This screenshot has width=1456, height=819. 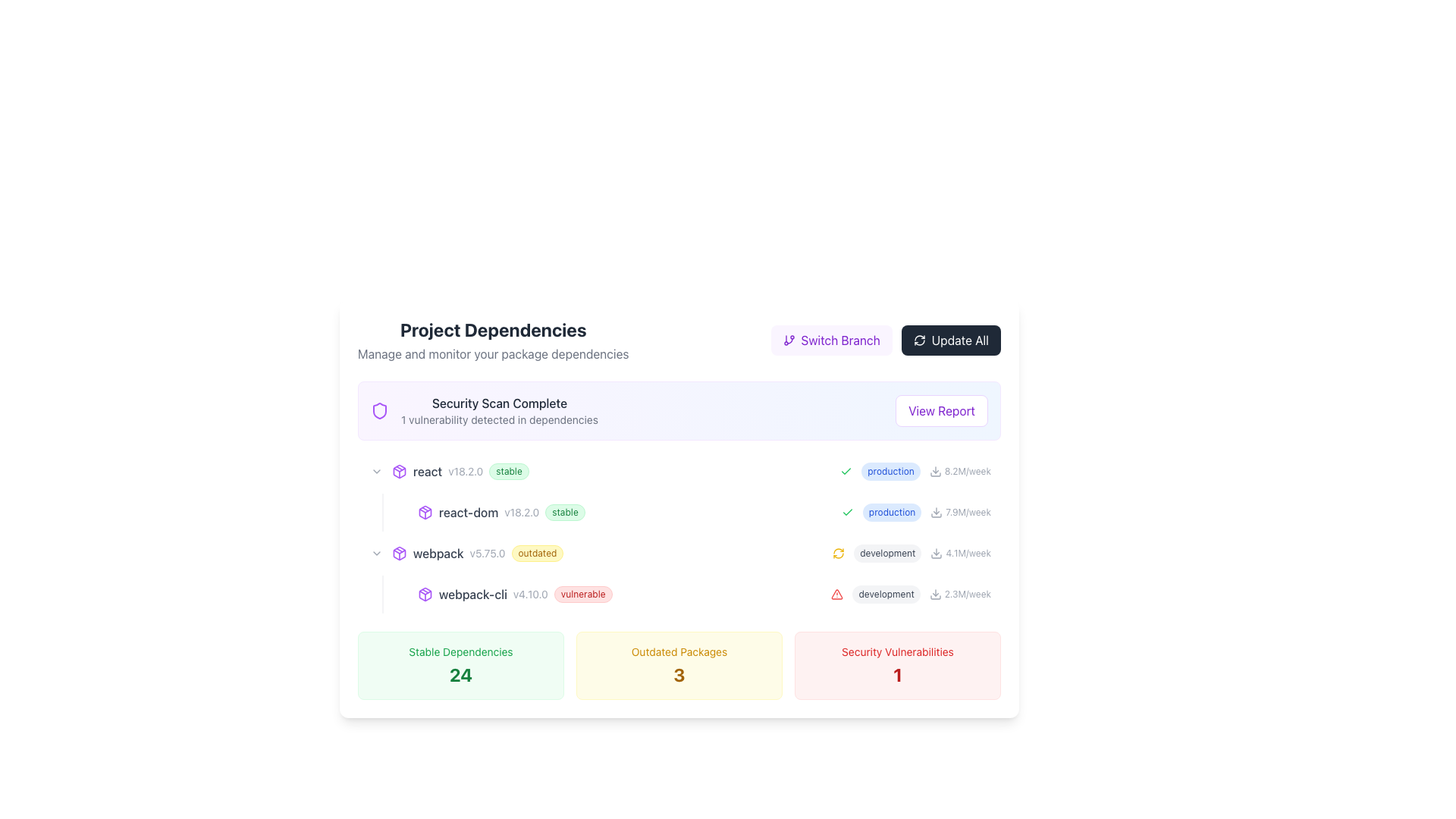 What do you see at coordinates (377, 553) in the screenshot?
I see `the toggle icon for expanding or collapsing the subsection under the 'webpack' dependency item, located in the fifth item of the nested list under 'Project Dependencies'` at bounding box center [377, 553].